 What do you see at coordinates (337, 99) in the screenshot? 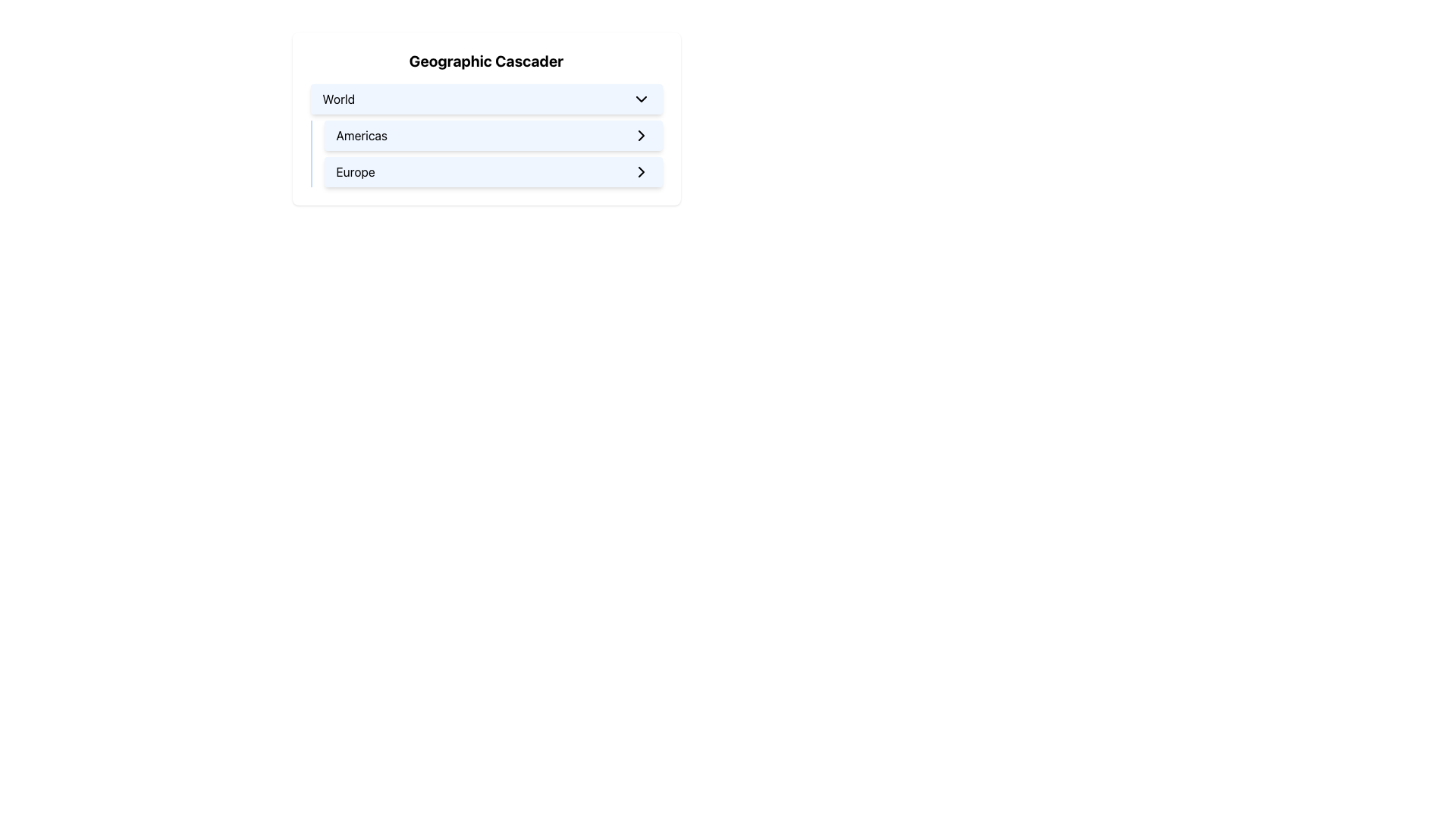
I see `the text label reading 'World' located at the top of the 'Geographic Cascader' dropdown menu, which is aligned to the left of the dropdown header` at bounding box center [337, 99].